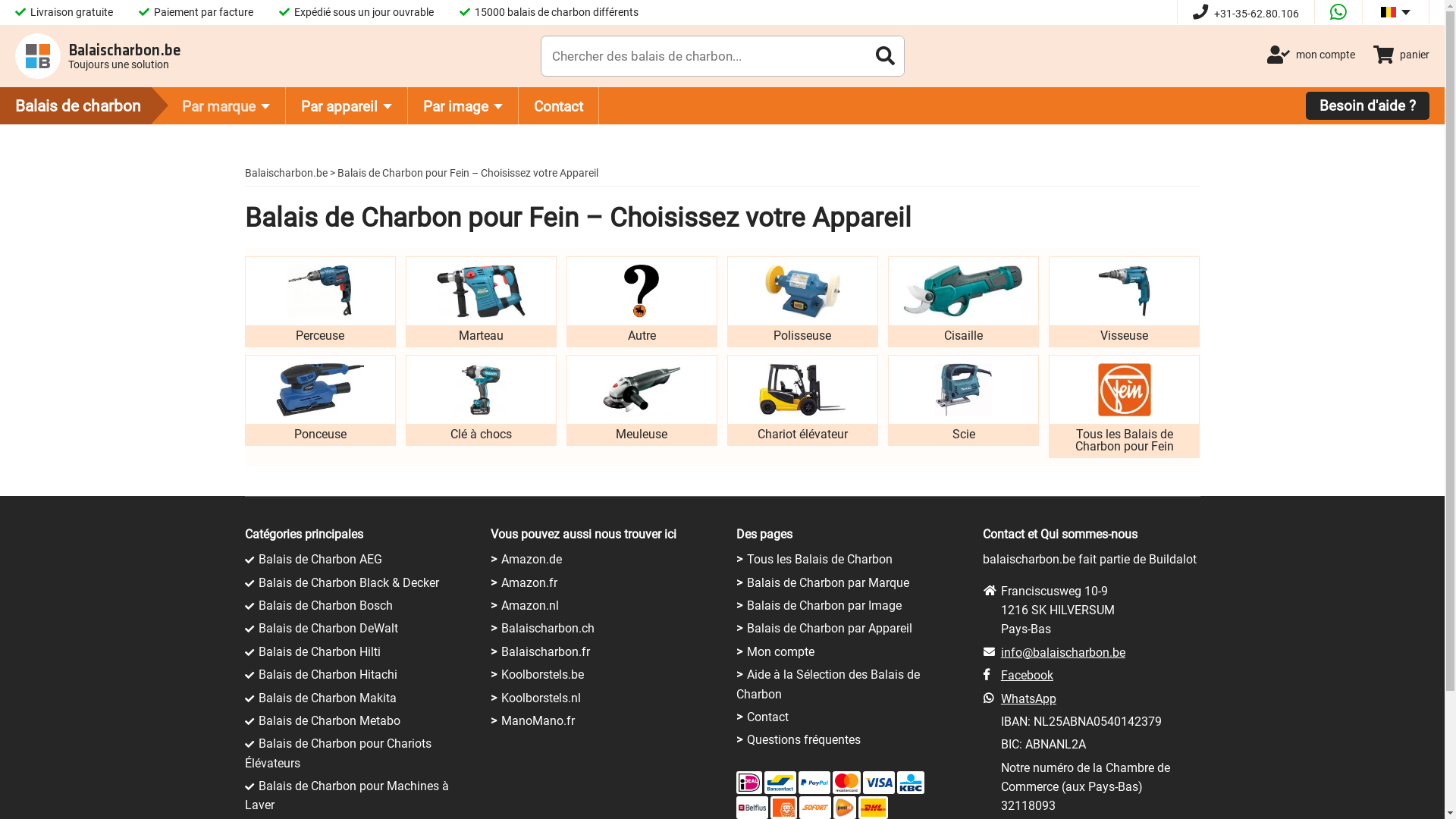 The width and height of the screenshot is (1456, 819). Describe the element at coordinates (780, 651) in the screenshot. I see `'Mon compte'` at that location.